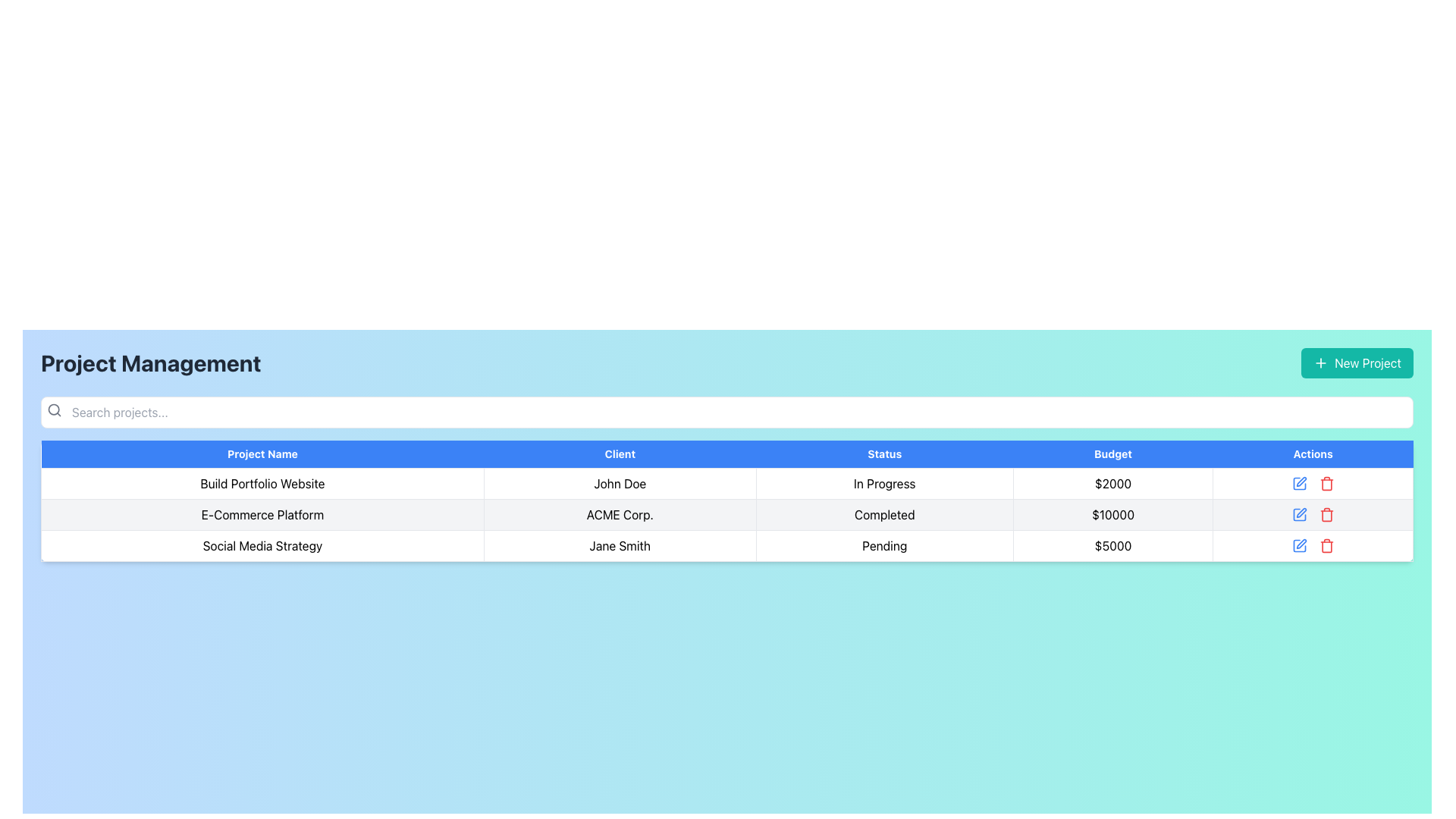  What do you see at coordinates (1298, 483) in the screenshot?
I see `the edit icon button, which resembles a blue pencil and is located in the 'Actions' column of the first row in the data table` at bounding box center [1298, 483].